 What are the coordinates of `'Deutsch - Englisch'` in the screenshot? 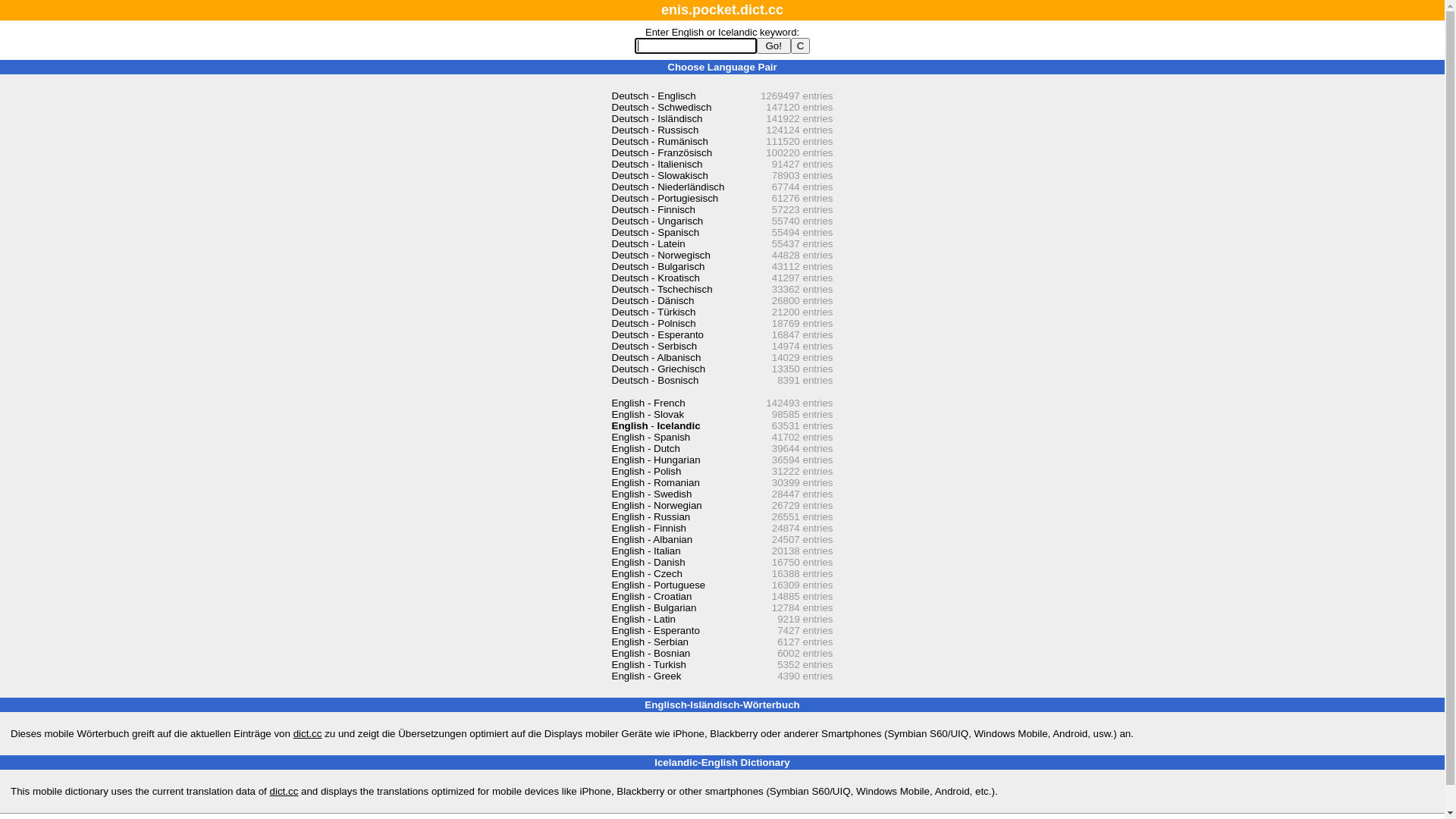 It's located at (611, 96).